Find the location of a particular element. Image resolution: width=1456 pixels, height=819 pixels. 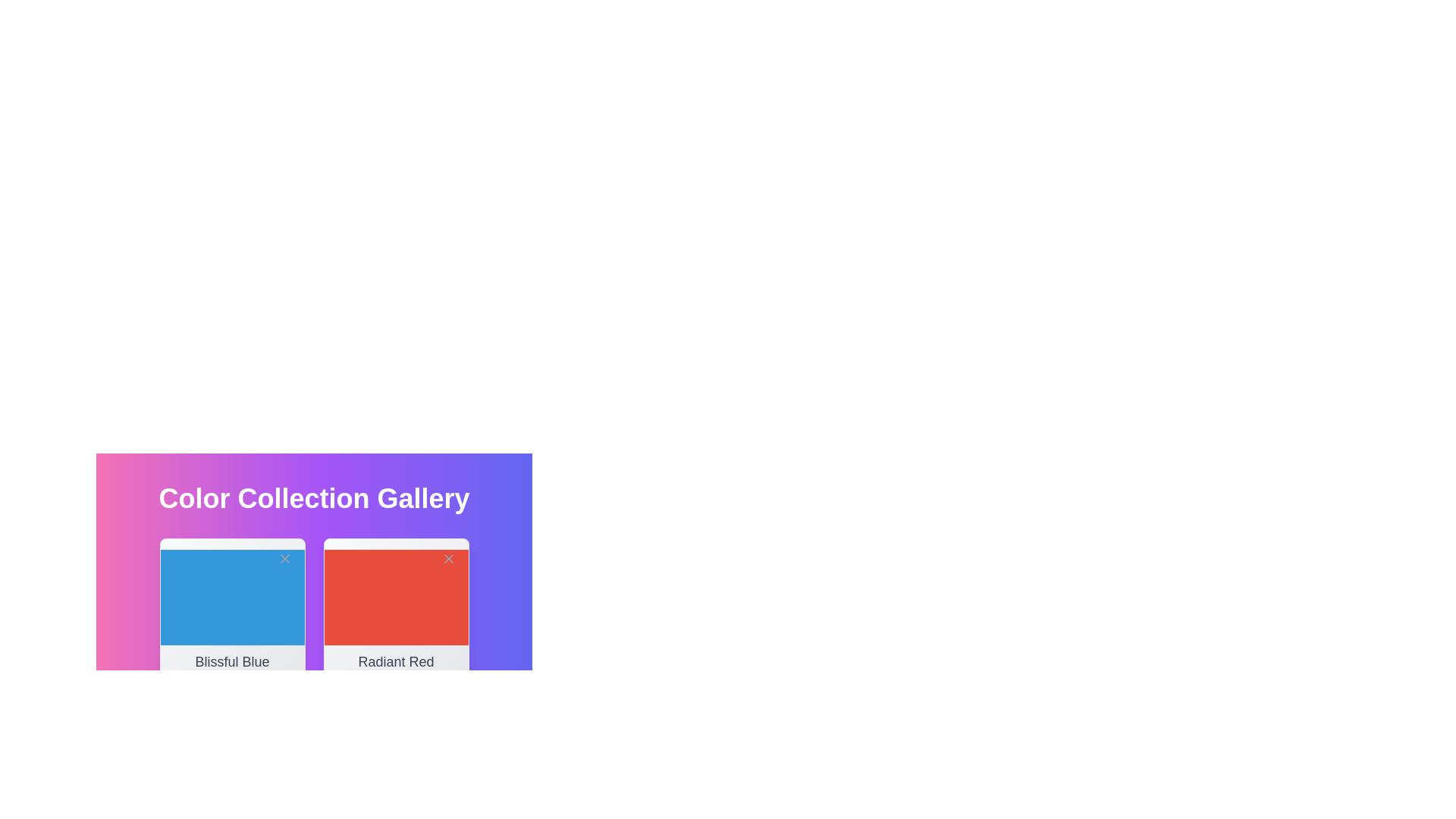

the Textual Header, which serves as the title or header for the color collection is located at coordinates (313, 499).